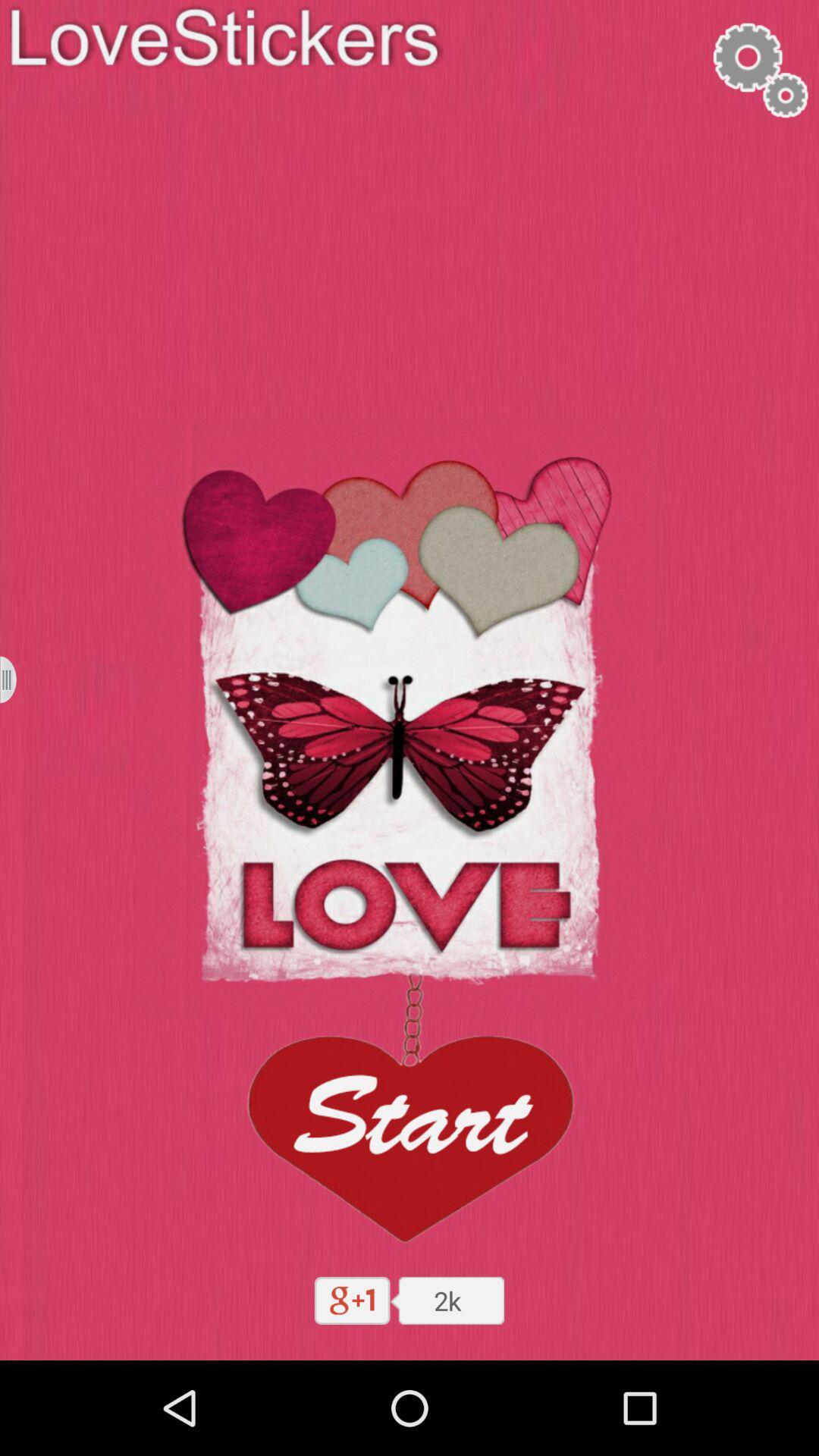 This screenshot has height=1456, width=819. Describe the element at coordinates (17, 726) in the screenshot. I see `the menu icon` at that location.